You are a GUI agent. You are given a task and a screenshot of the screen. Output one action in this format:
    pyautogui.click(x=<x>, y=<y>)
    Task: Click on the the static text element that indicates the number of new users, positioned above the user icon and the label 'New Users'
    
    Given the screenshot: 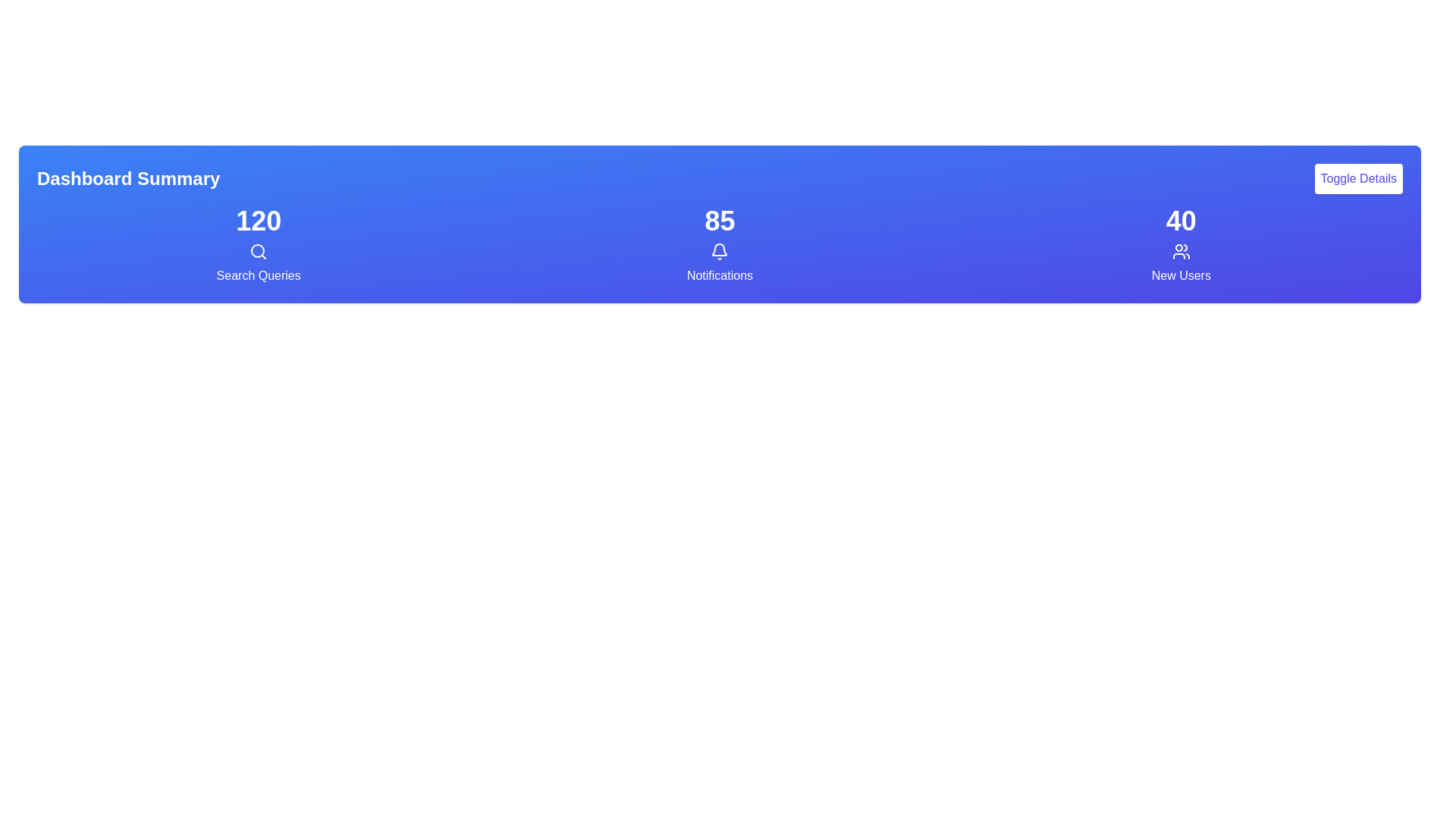 What is the action you would take?
    pyautogui.click(x=1180, y=221)
    